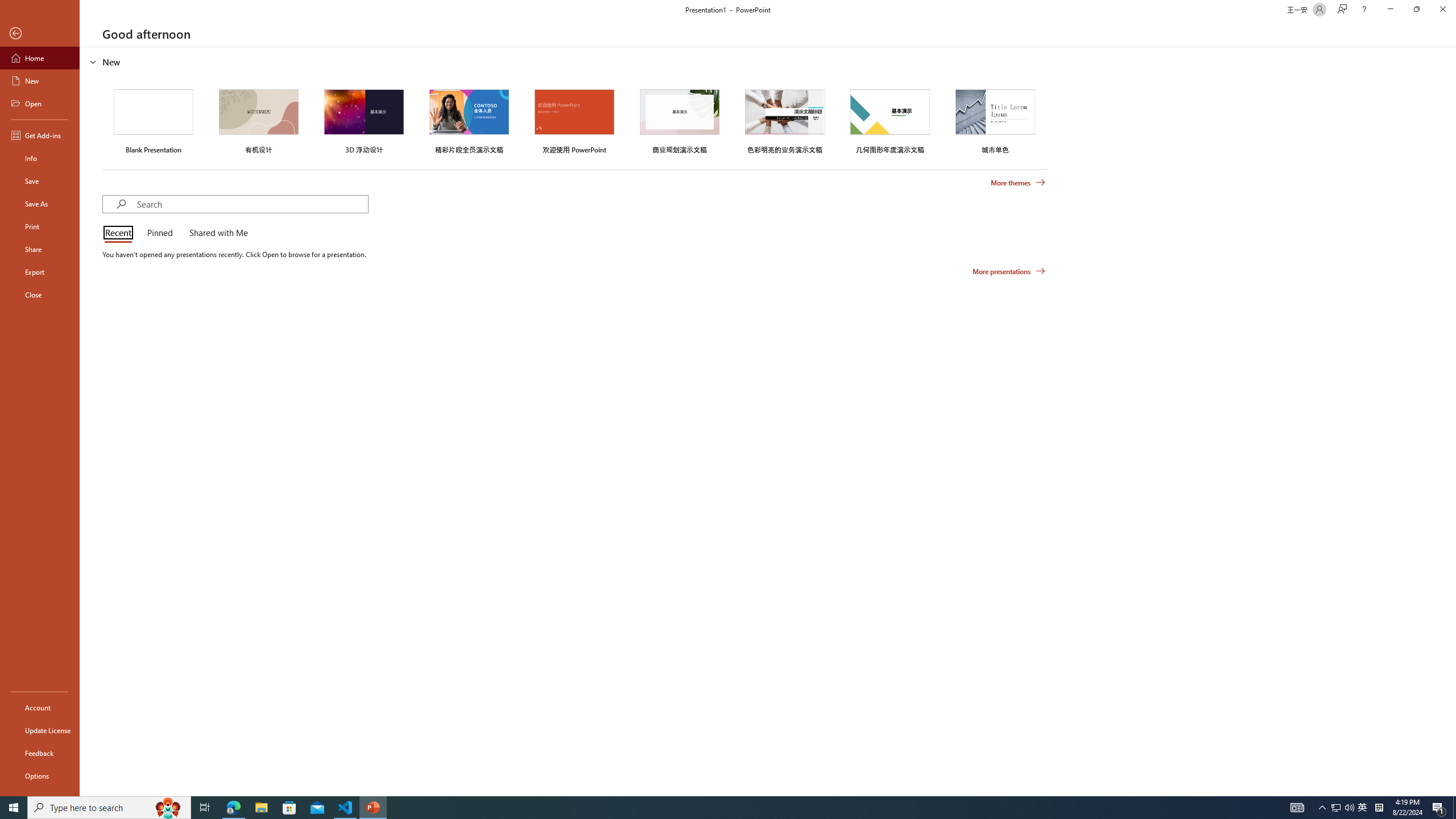 The width and height of the screenshot is (1456, 819). I want to click on 'Share', so click(39, 248).